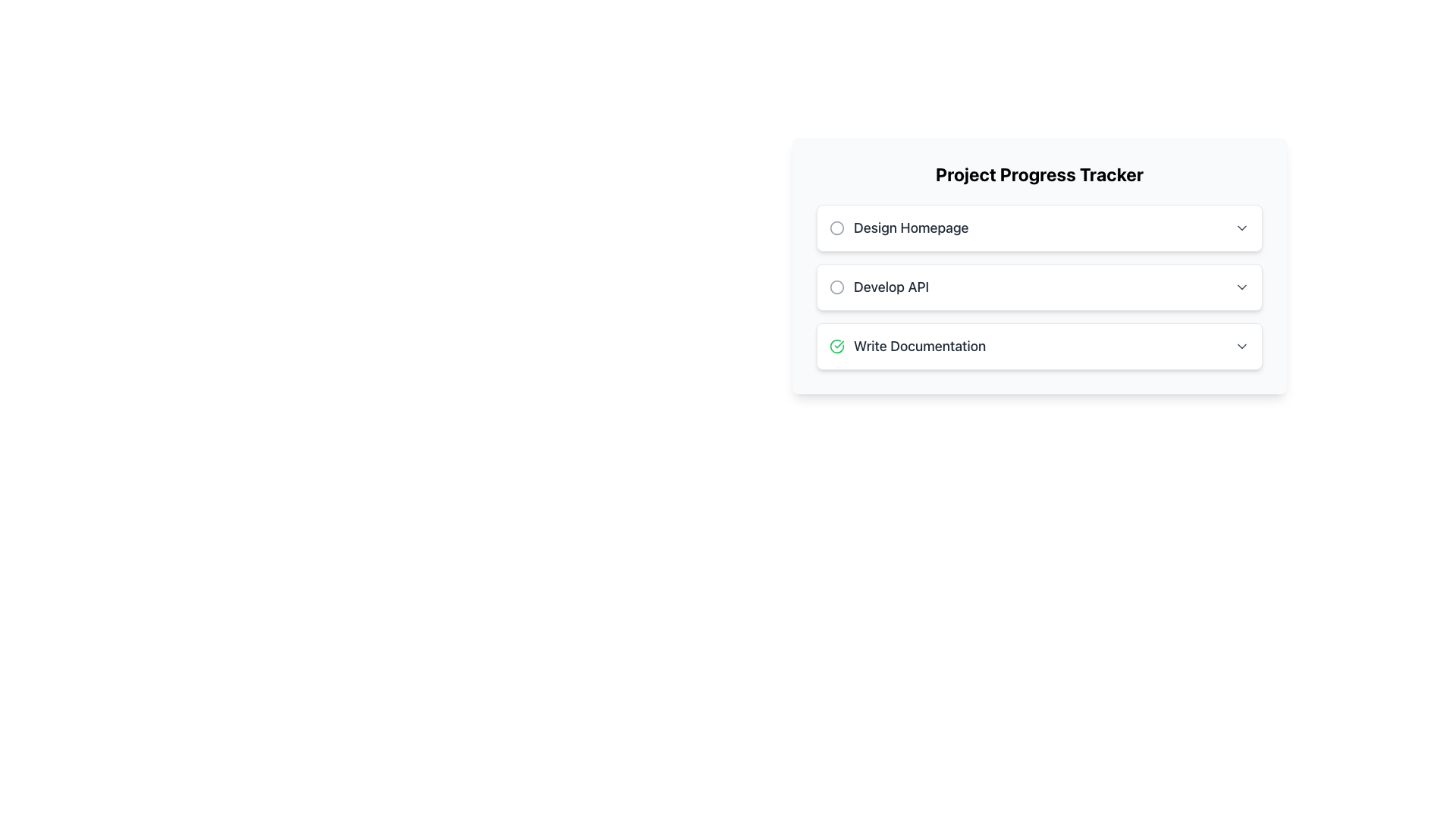 Image resolution: width=1456 pixels, height=819 pixels. What do you see at coordinates (1039, 346) in the screenshot?
I see `the dropdown arrow of the third Task card in the 'Project Progress Tracker'` at bounding box center [1039, 346].